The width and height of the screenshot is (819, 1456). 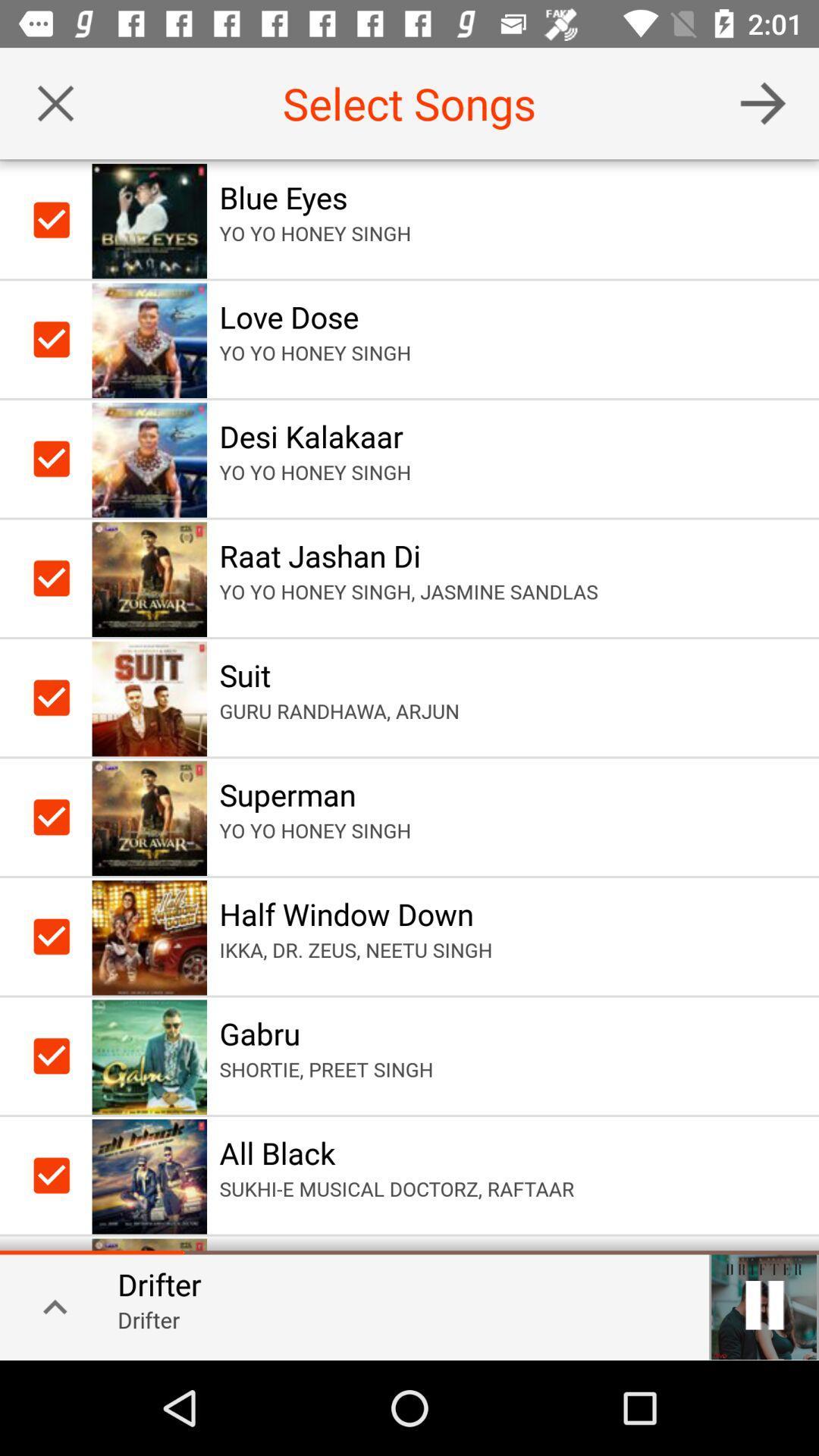 What do you see at coordinates (55, 102) in the screenshot?
I see `song selection` at bounding box center [55, 102].